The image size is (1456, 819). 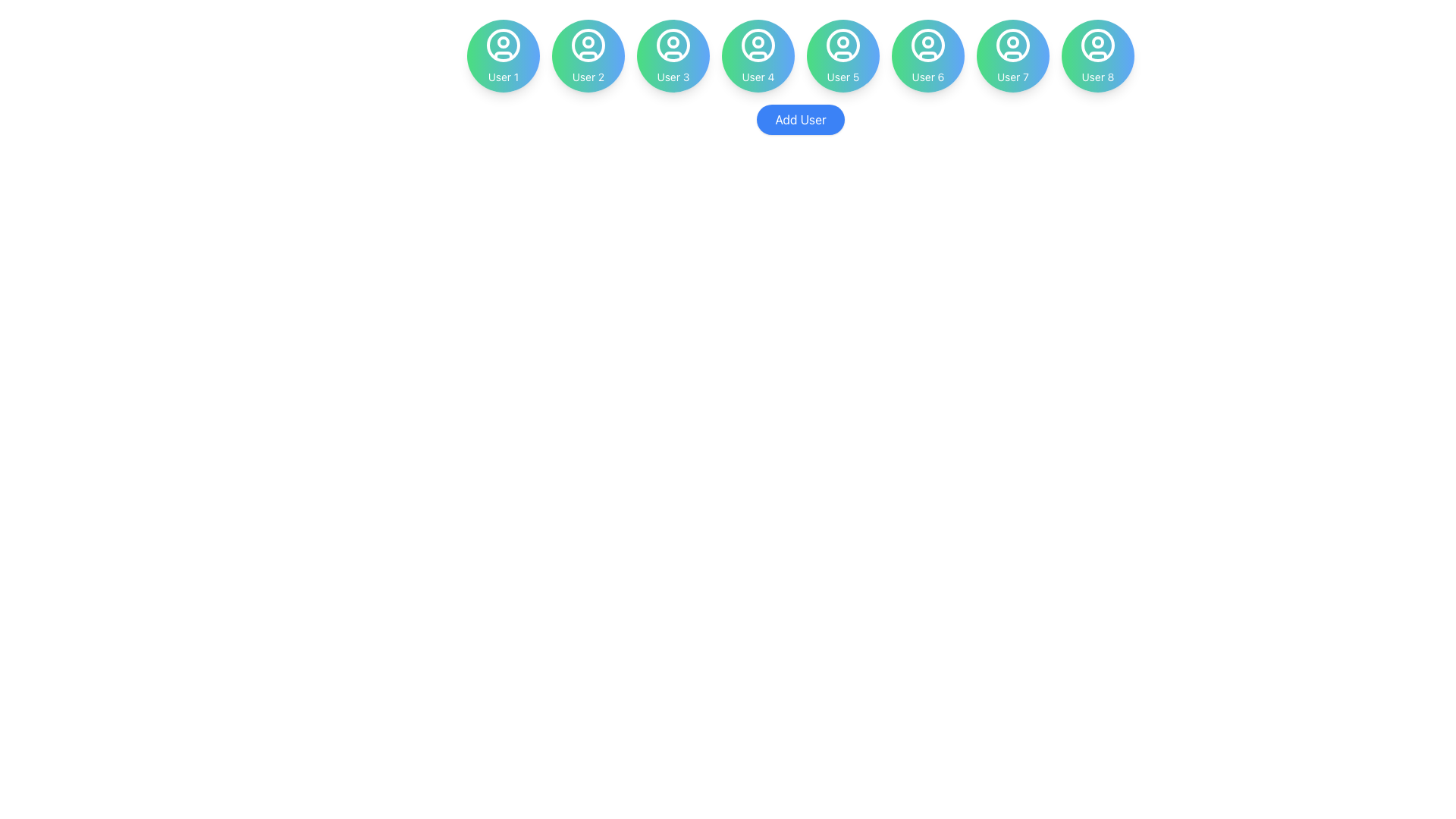 What do you see at coordinates (503, 45) in the screenshot?
I see `the circular user profile icon representing 'User 1', which is the first icon in a horizontal sequence at the top center of the interface` at bounding box center [503, 45].